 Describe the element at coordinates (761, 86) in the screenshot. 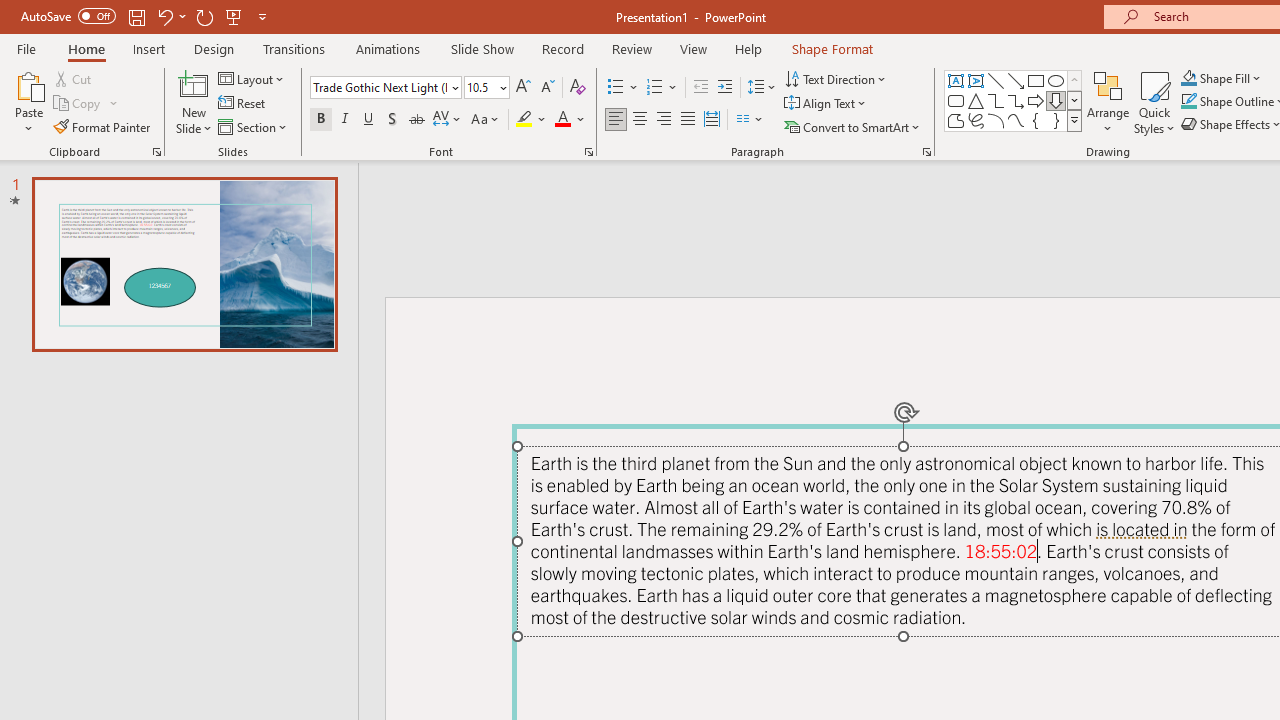

I see `'Line Spacing'` at that location.